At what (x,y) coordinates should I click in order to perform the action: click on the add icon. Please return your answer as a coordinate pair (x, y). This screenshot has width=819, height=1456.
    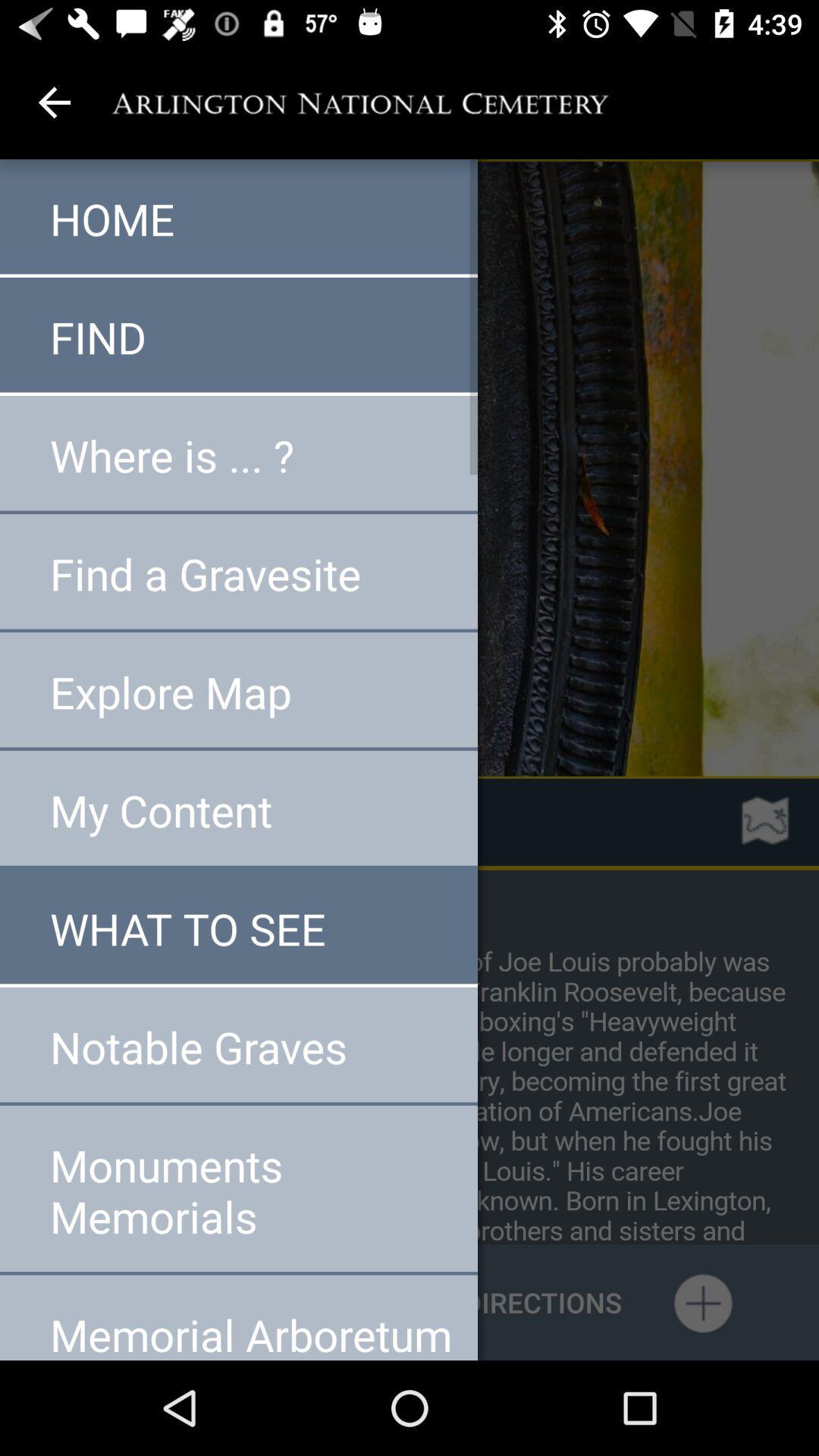
    Looking at the image, I should click on (702, 1301).